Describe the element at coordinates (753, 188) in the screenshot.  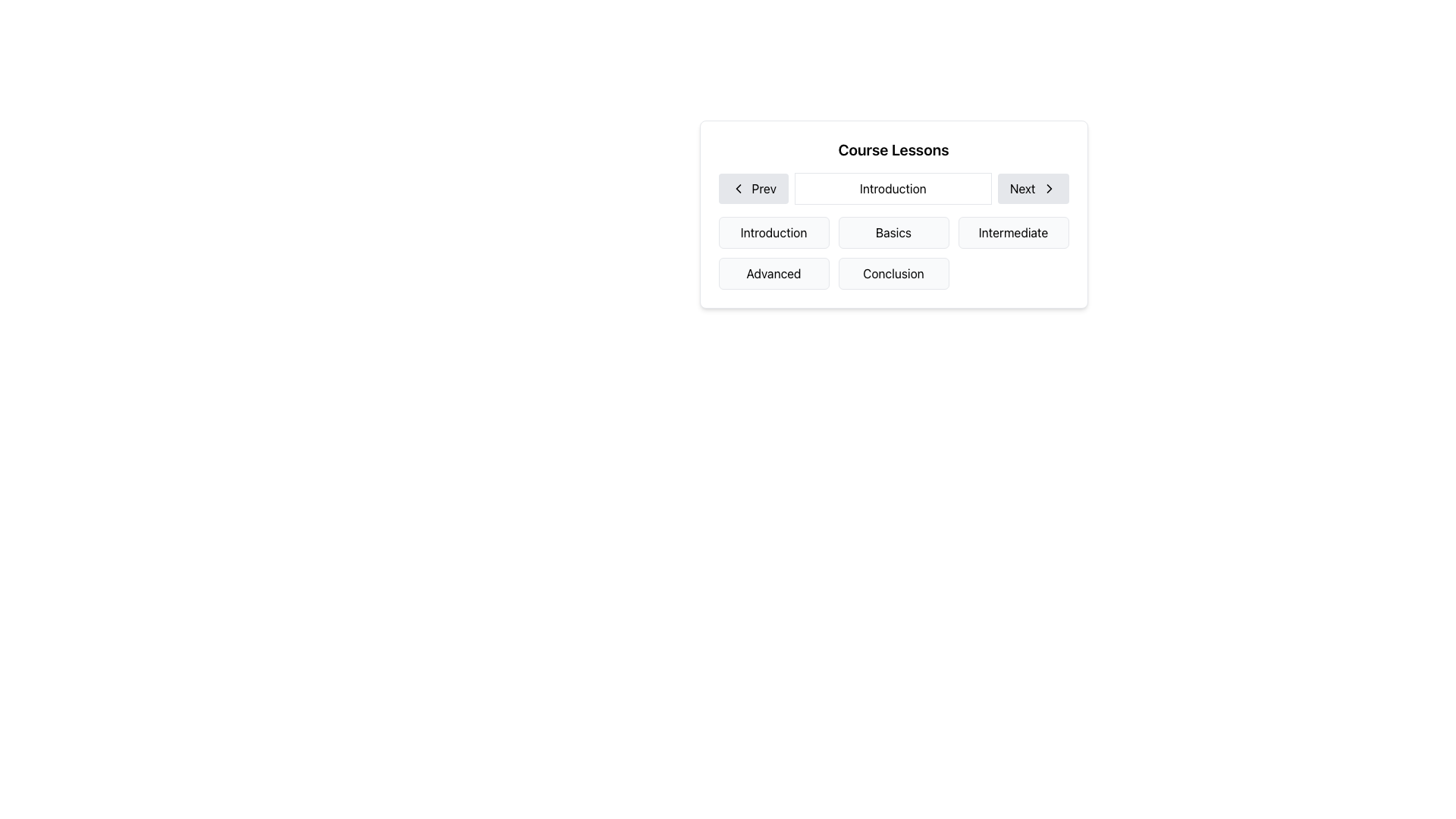
I see `the leftmost navigation button at the top of the page section` at that location.